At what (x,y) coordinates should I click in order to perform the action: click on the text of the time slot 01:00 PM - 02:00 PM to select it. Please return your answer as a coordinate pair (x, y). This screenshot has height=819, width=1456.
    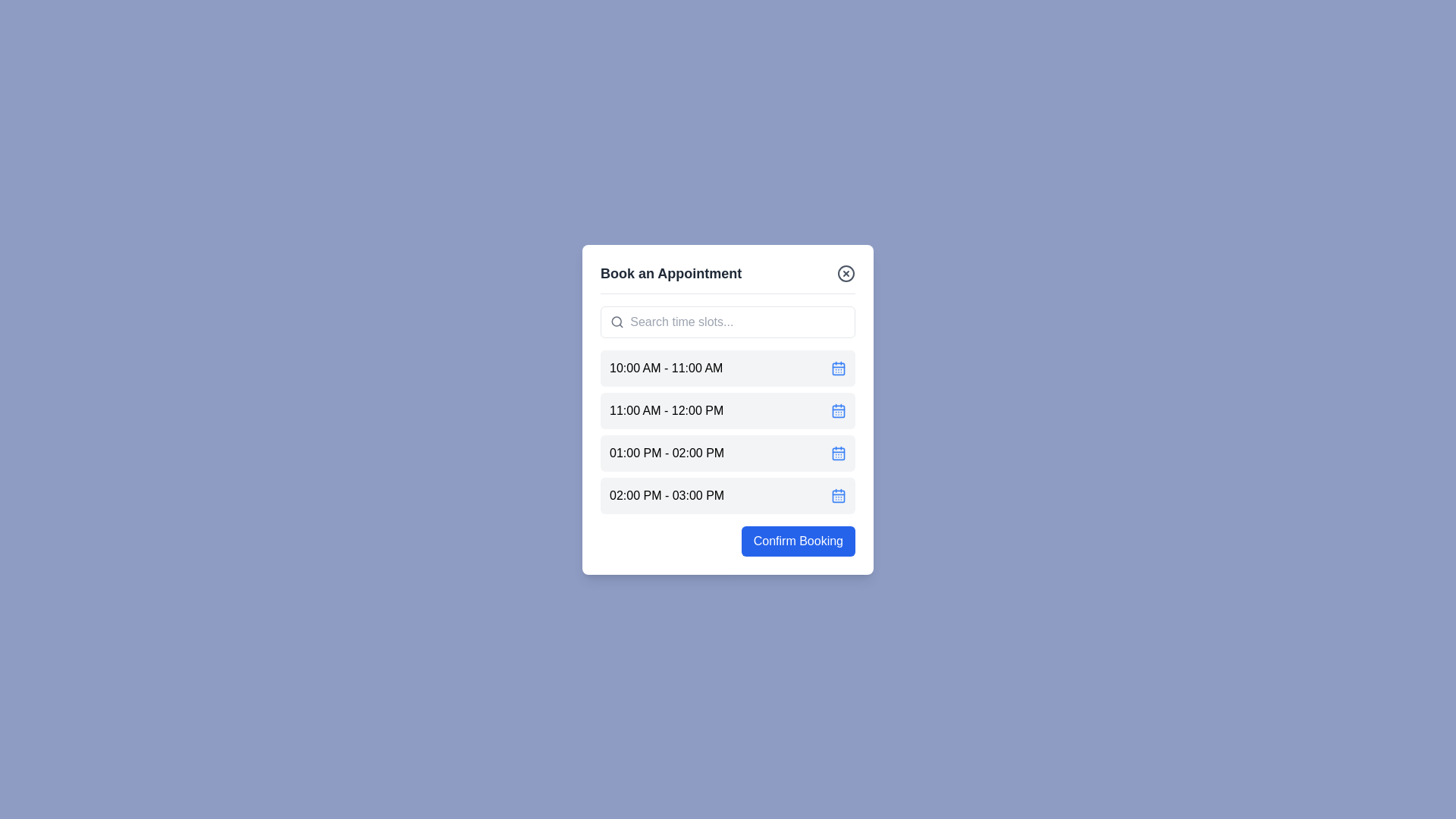
    Looking at the image, I should click on (667, 452).